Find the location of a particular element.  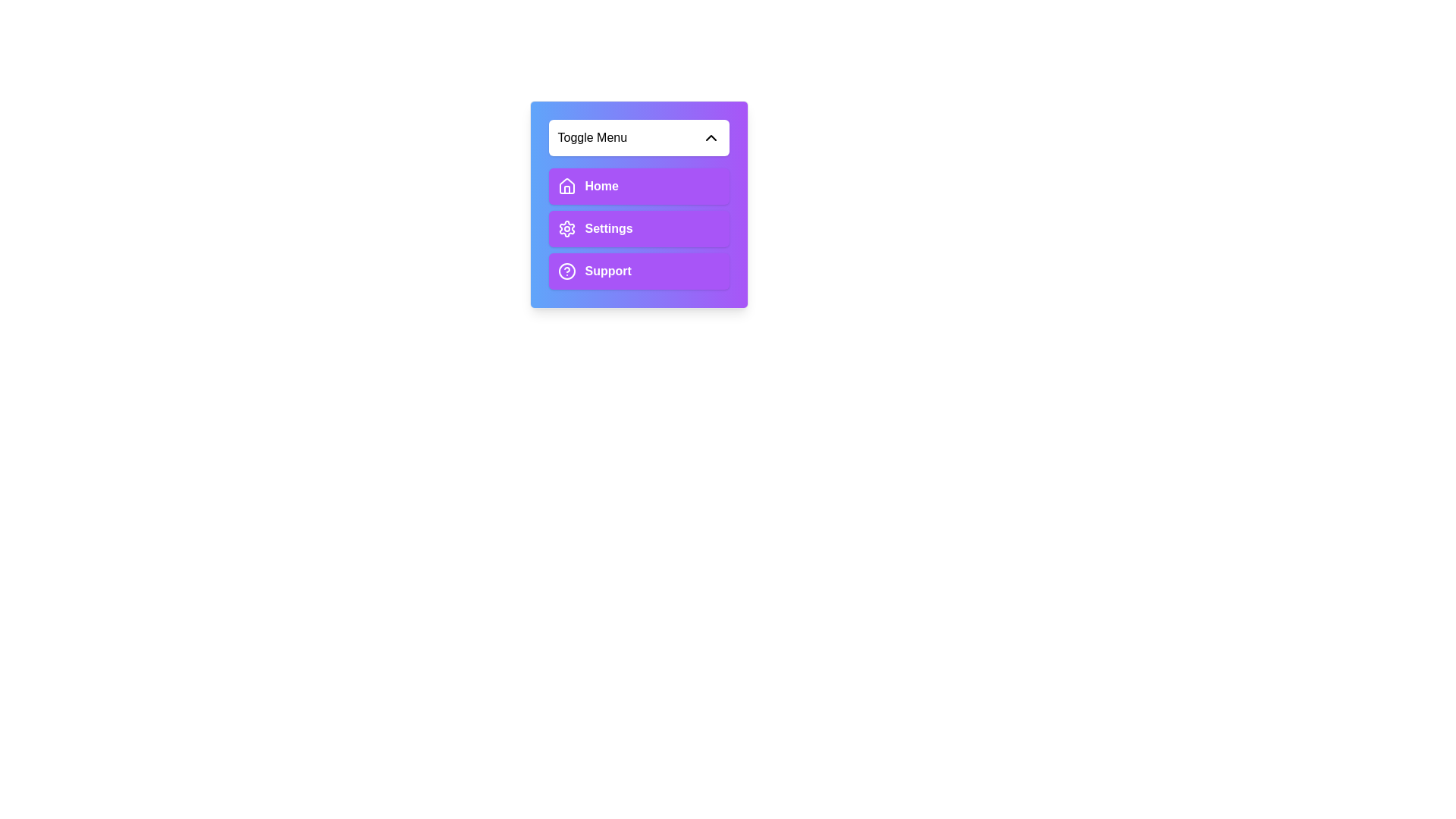

the upward-facing chevron icon with a thin black outline located at the far right of the 'Toggle Menu' header is located at coordinates (710, 137).